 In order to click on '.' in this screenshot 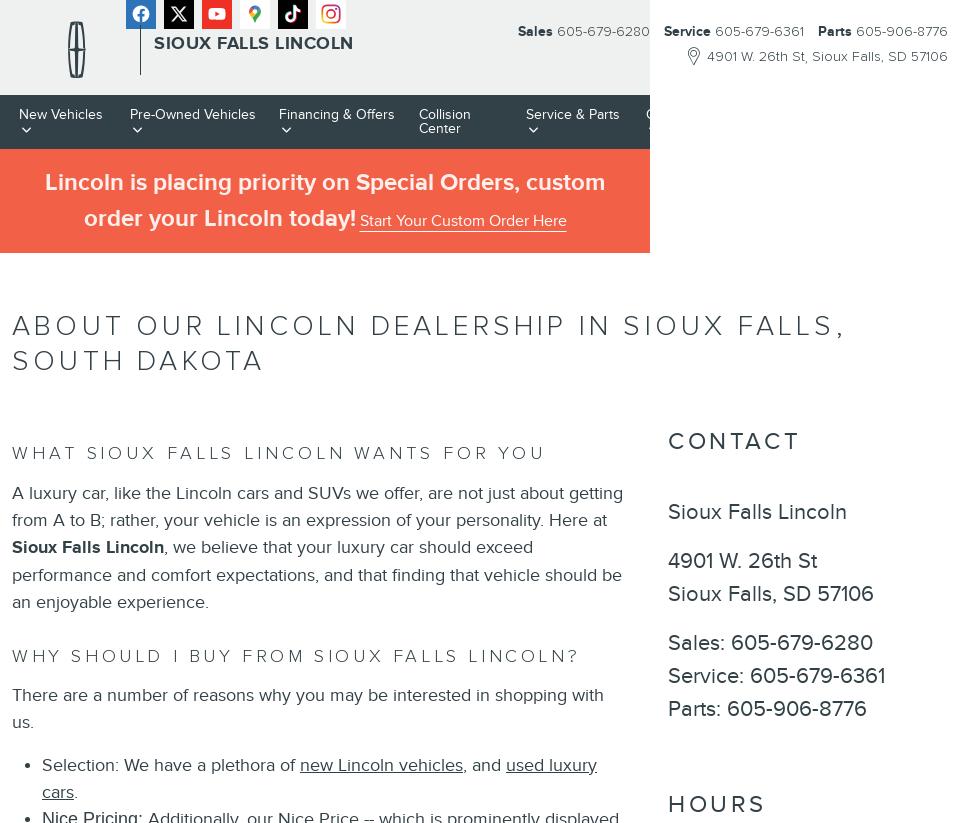, I will do `click(78, 791)`.